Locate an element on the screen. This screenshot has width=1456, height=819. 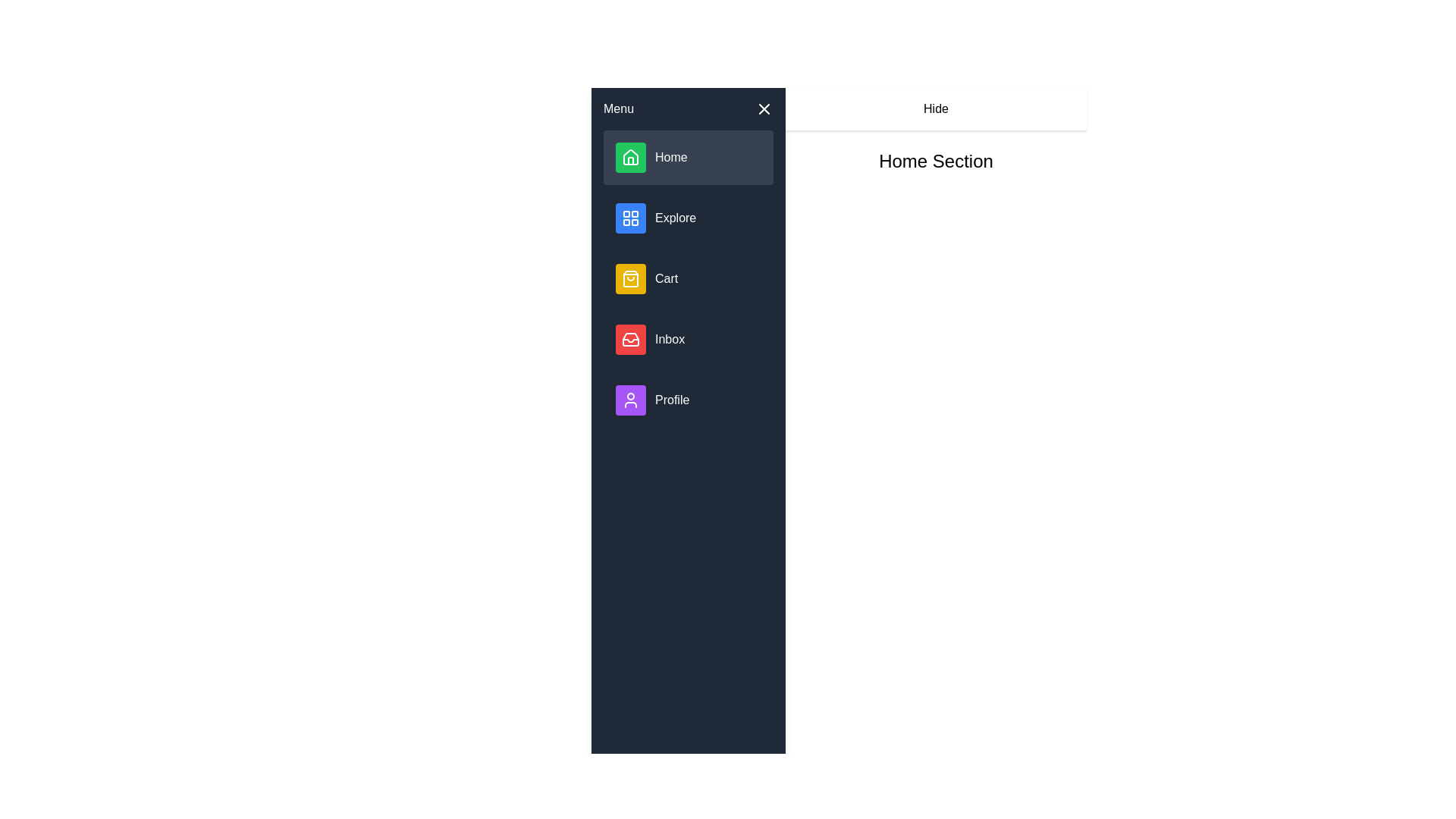
the 'Inbox' button which has a red icon box with a white inbox icon and is the fourth item in the vertical menu list is located at coordinates (687, 338).